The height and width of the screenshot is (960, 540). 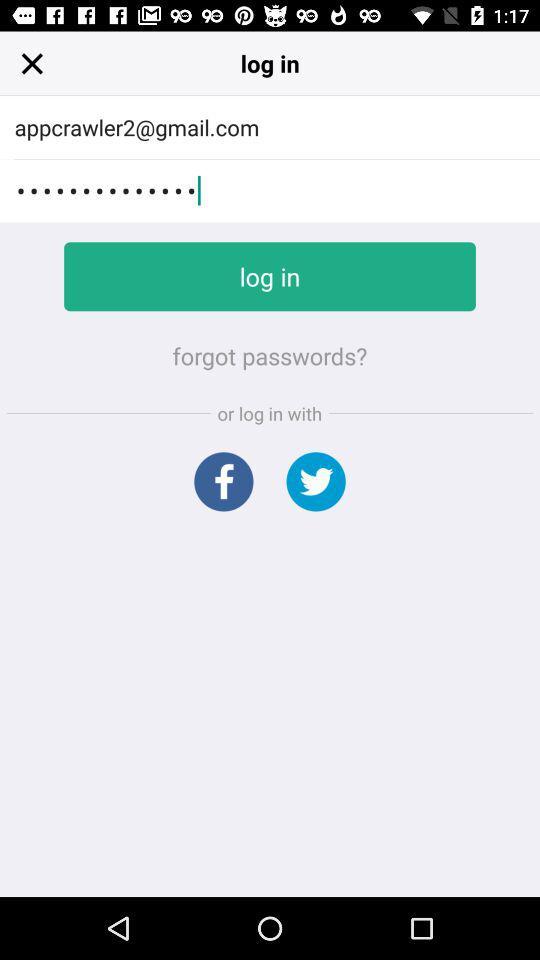 What do you see at coordinates (222, 480) in the screenshot?
I see `open facebook` at bounding box center [222, 480].